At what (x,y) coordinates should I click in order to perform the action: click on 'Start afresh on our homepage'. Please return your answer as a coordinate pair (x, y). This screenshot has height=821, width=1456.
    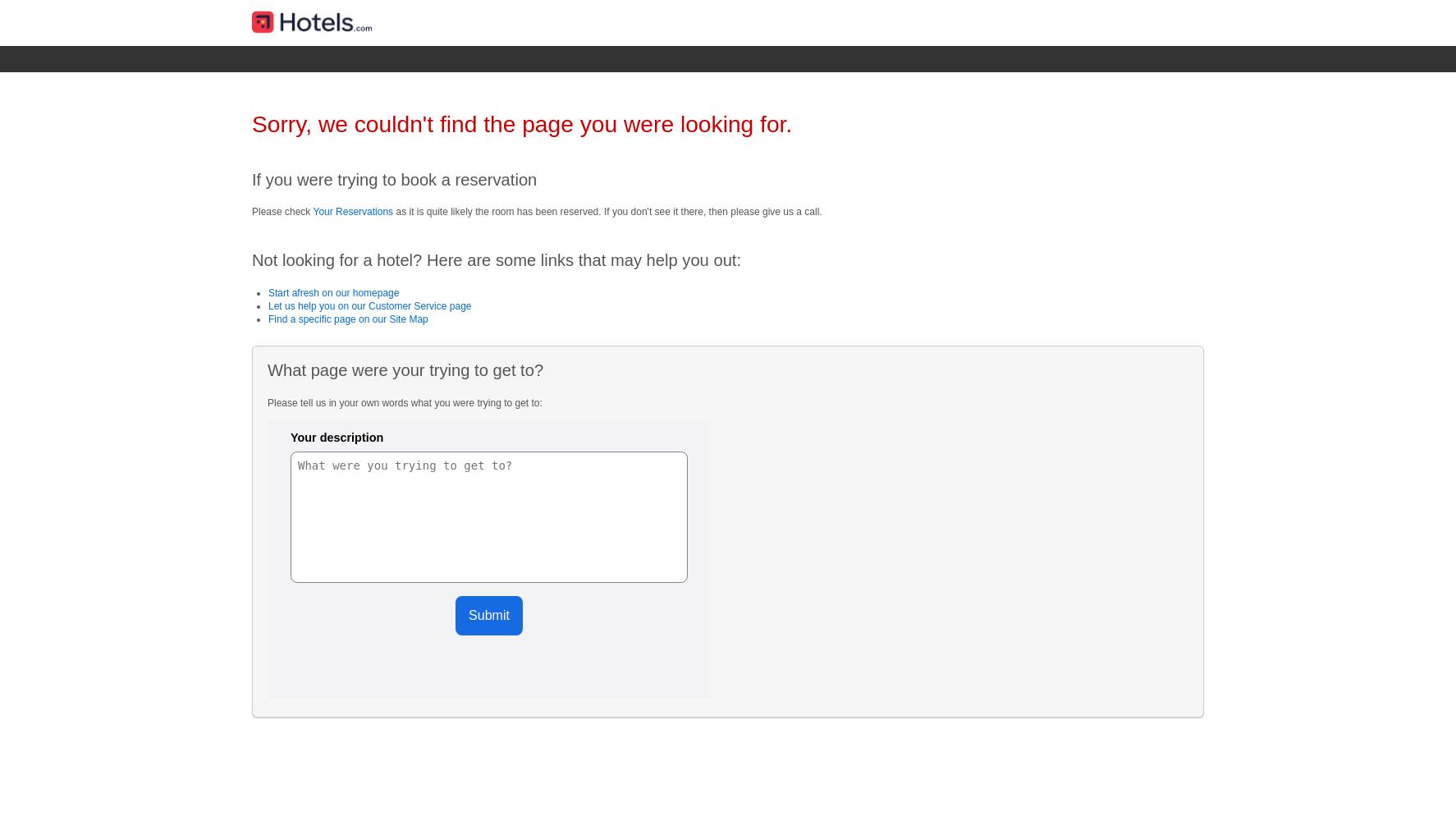
    Looking at the image, I should click on (332, 291).